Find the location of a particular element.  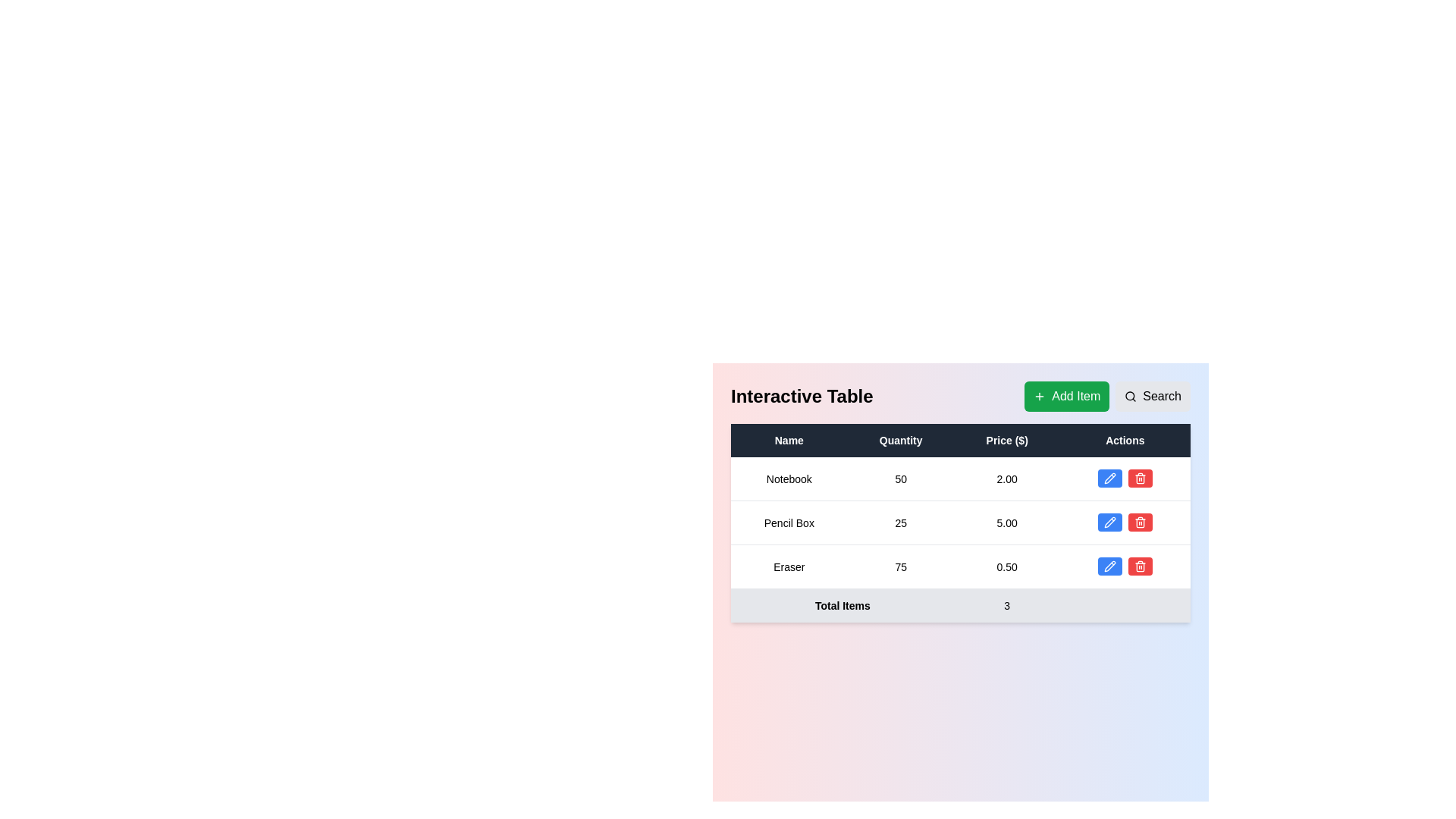

the delete IconButton located in the 'Actions' column of the interactive table next to the blue pencil icon to initiate the delete action is located at coordinates (1140, 479).